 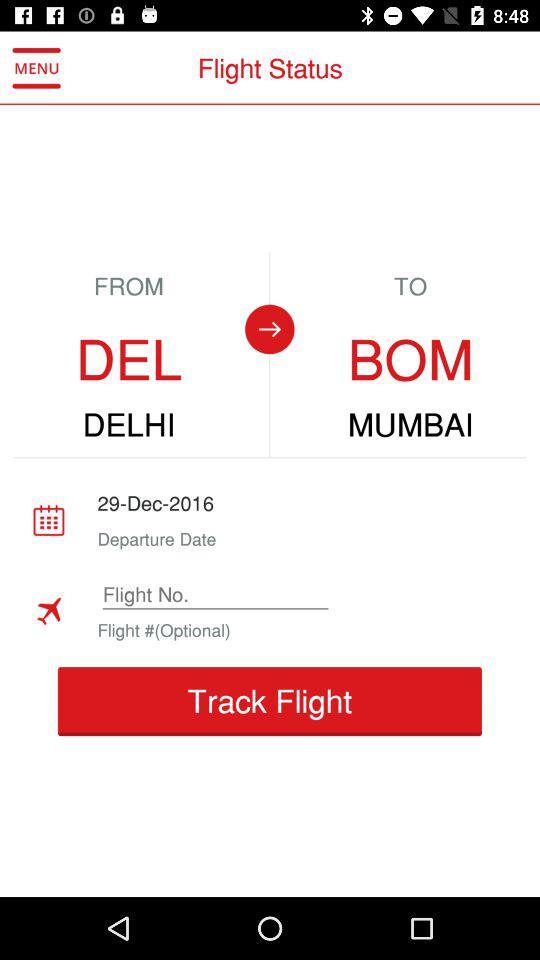 What do you see at coordinates (269, 329) in the screenshot?
I see `reverse options` at bounding box center [269, 329].